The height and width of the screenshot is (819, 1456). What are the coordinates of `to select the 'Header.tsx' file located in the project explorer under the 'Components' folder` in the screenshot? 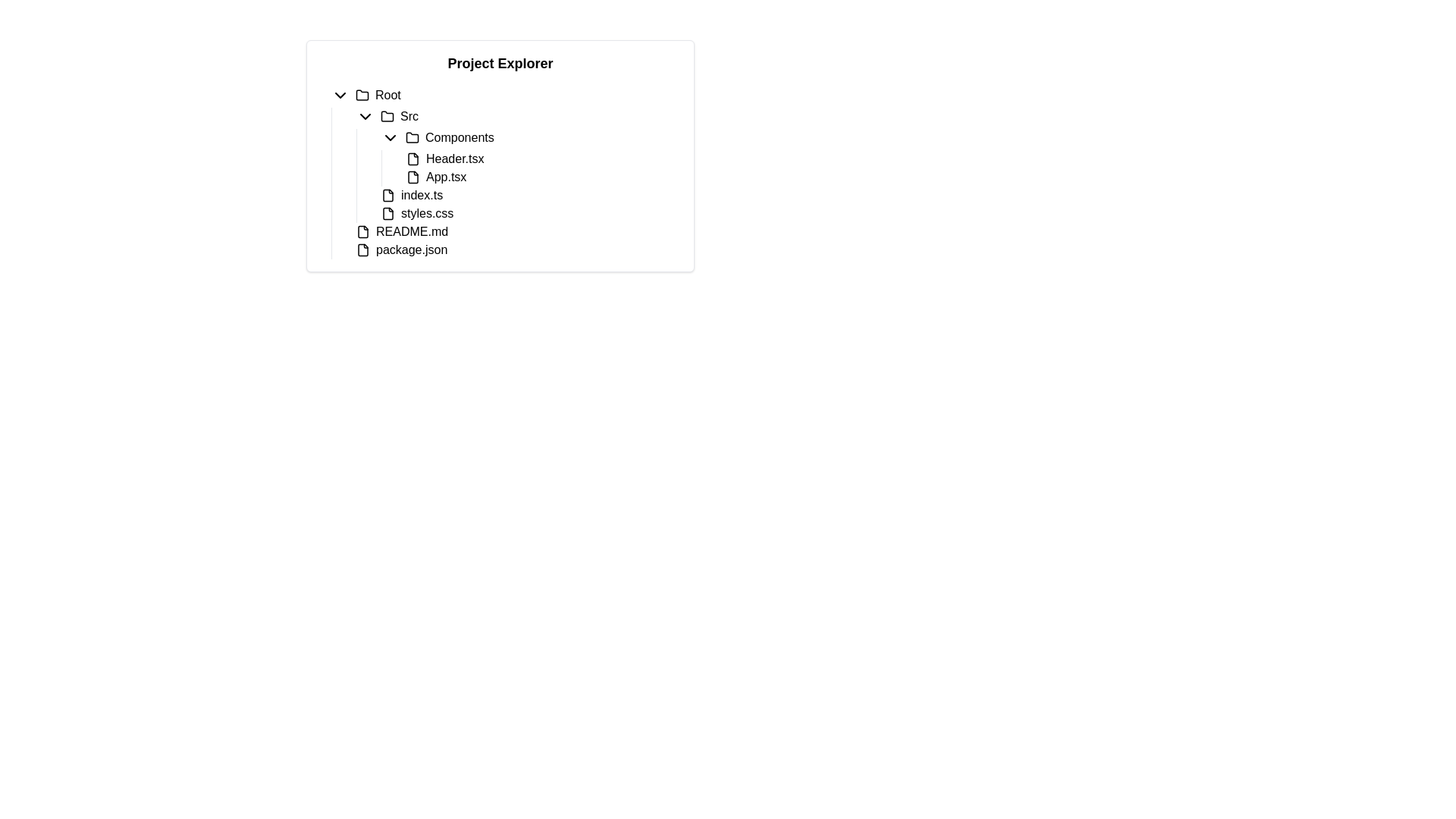 It's located at (454, 158).